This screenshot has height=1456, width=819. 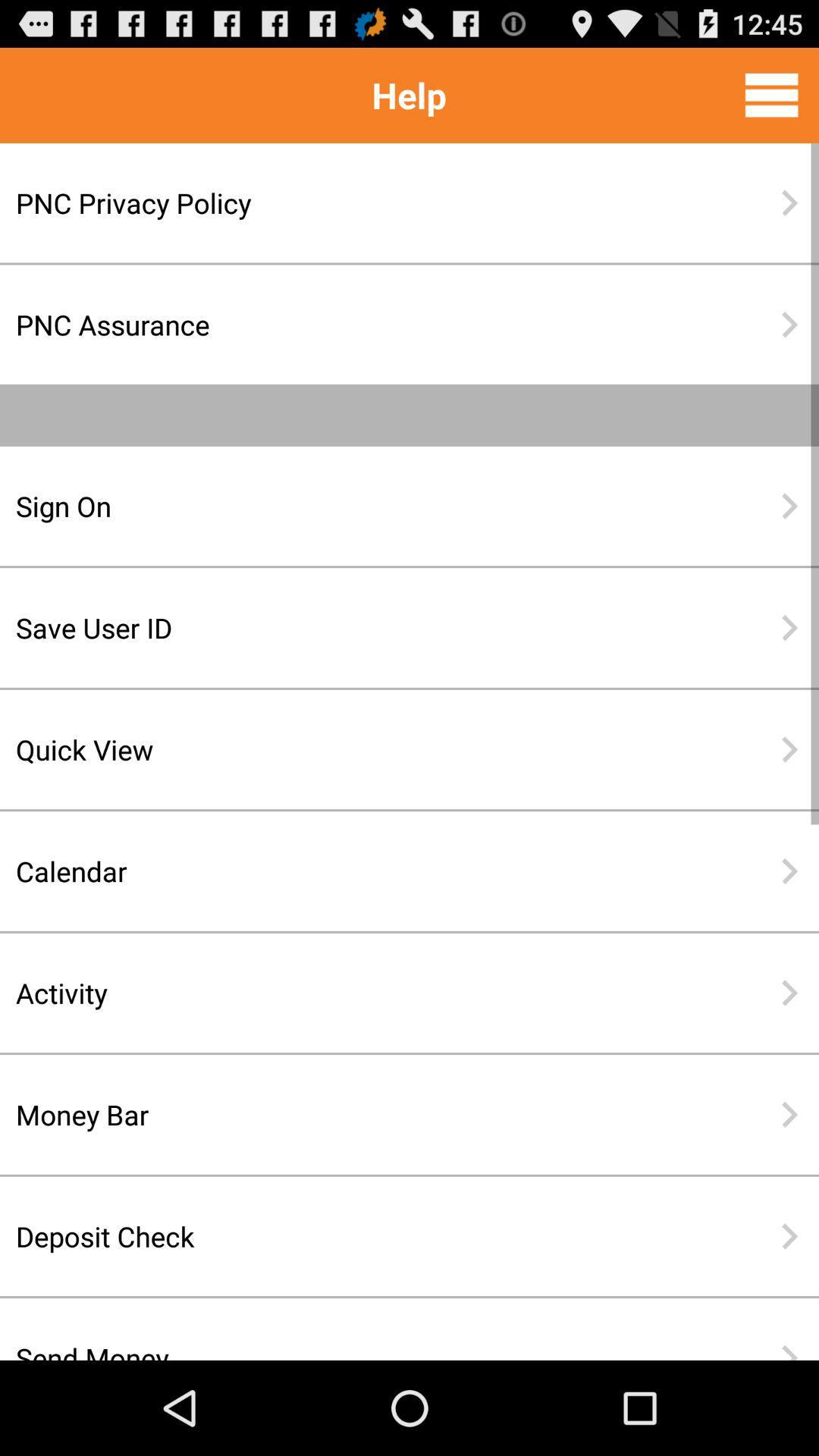 What do you see at coordinates (360, 1337) in the screenshot?
I see `the send money icon` at bounding box center [360, 1337].